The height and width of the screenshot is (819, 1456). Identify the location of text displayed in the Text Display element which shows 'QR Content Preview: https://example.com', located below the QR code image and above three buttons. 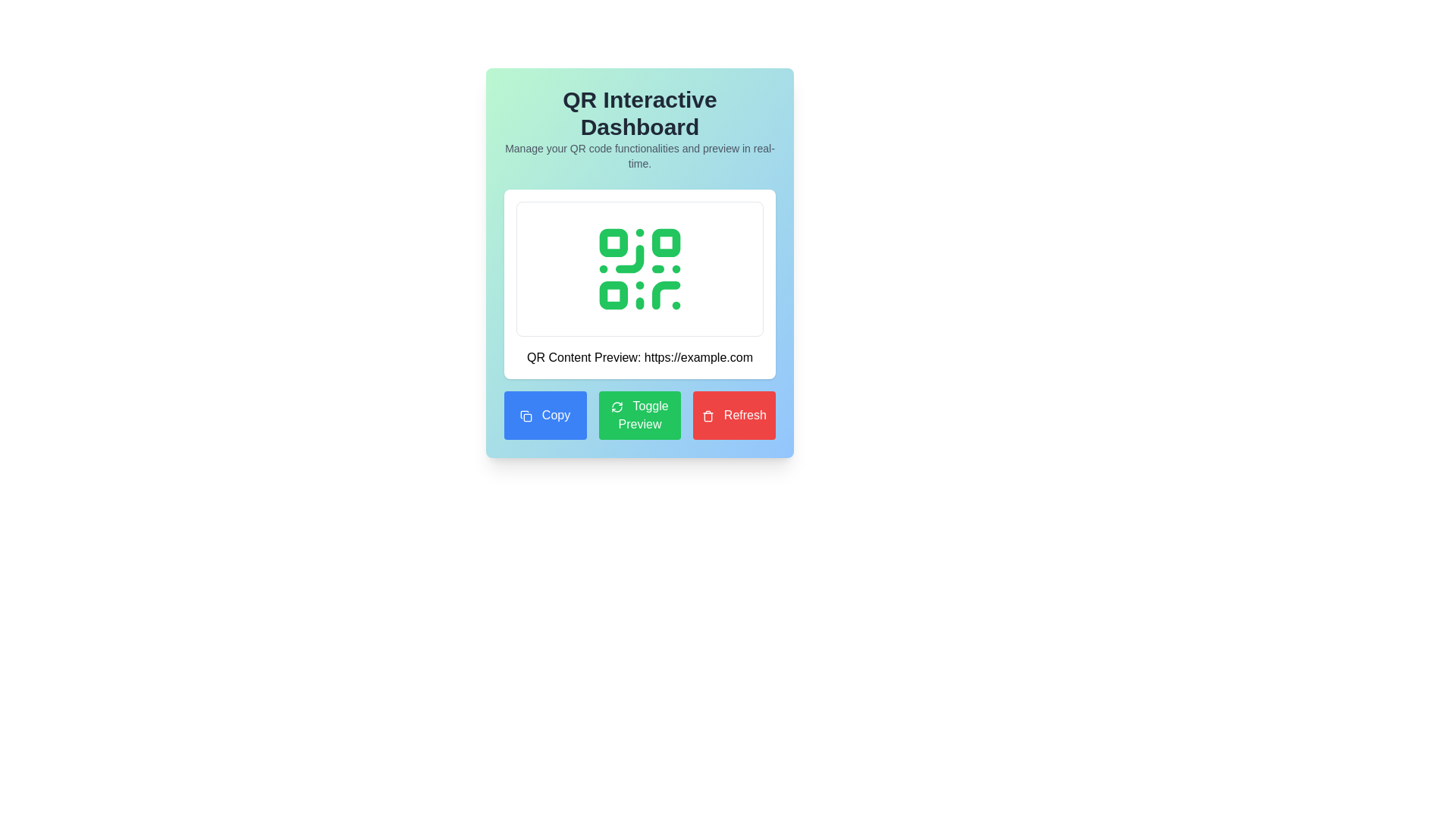
(640, 357).